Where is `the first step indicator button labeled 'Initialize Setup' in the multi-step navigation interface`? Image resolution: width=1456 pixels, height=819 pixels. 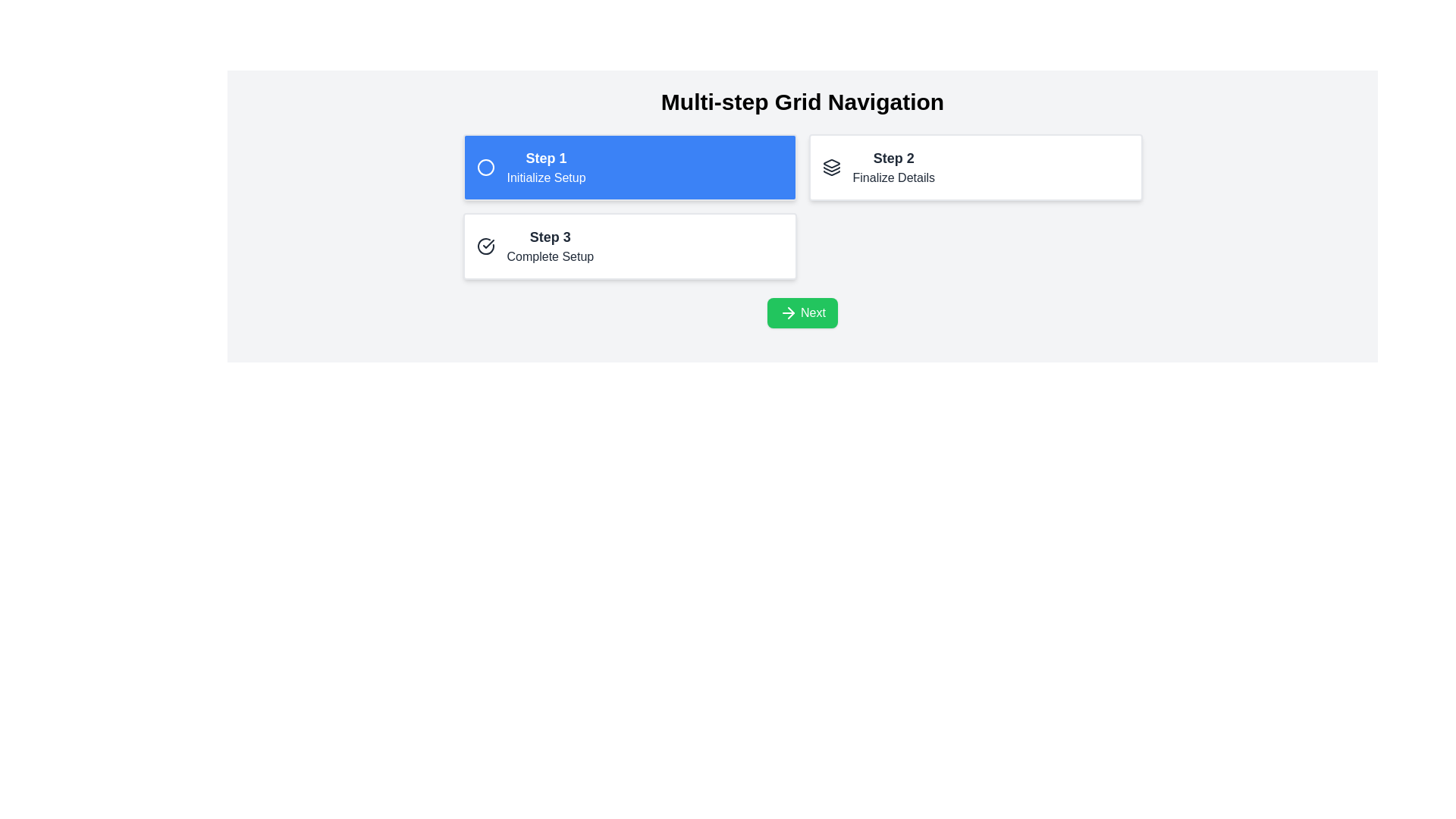 the first step indicator button labeled 'Initialize Setup' in the multi-step navigation interface is located at coordinates (629, 167).